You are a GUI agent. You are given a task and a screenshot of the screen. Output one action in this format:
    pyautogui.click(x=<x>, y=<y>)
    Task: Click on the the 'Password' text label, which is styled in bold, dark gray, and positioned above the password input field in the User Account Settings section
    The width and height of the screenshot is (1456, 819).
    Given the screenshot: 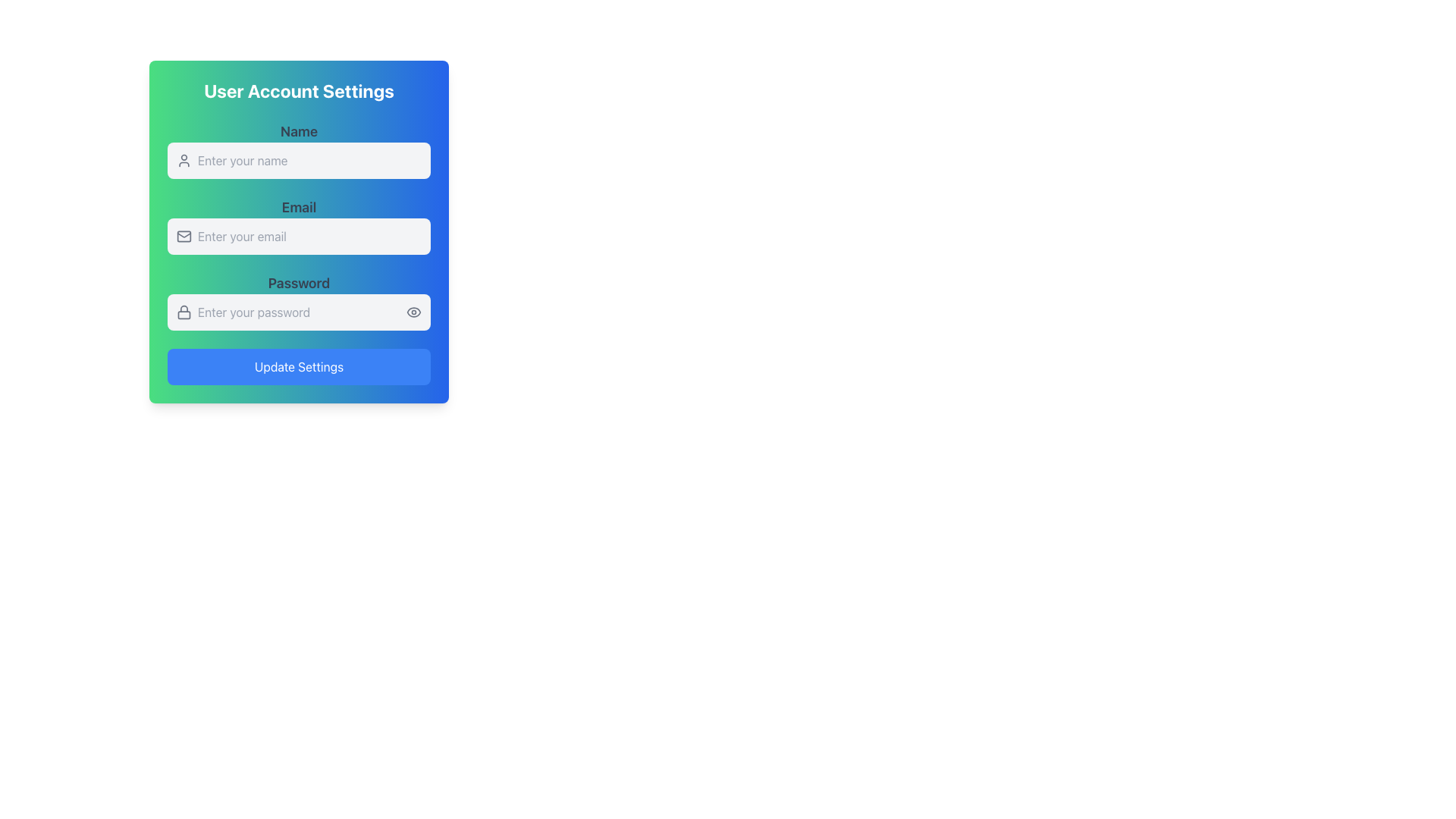 What is the action you would take?
    pyautogui.click(x=299, y=283)
    